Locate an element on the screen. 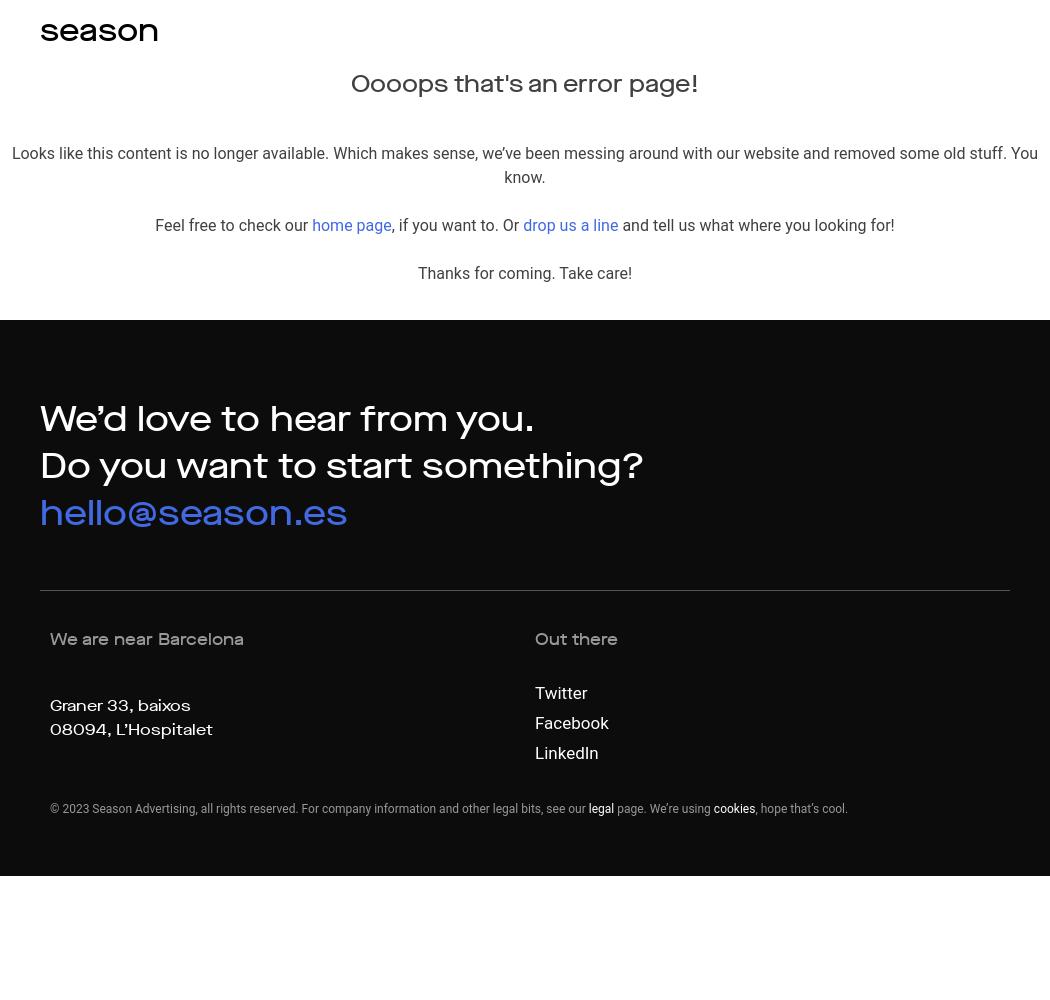 The image size is (1050, 1000). 'and tell us what where you looking for!' is located at coordinates (618, 224).